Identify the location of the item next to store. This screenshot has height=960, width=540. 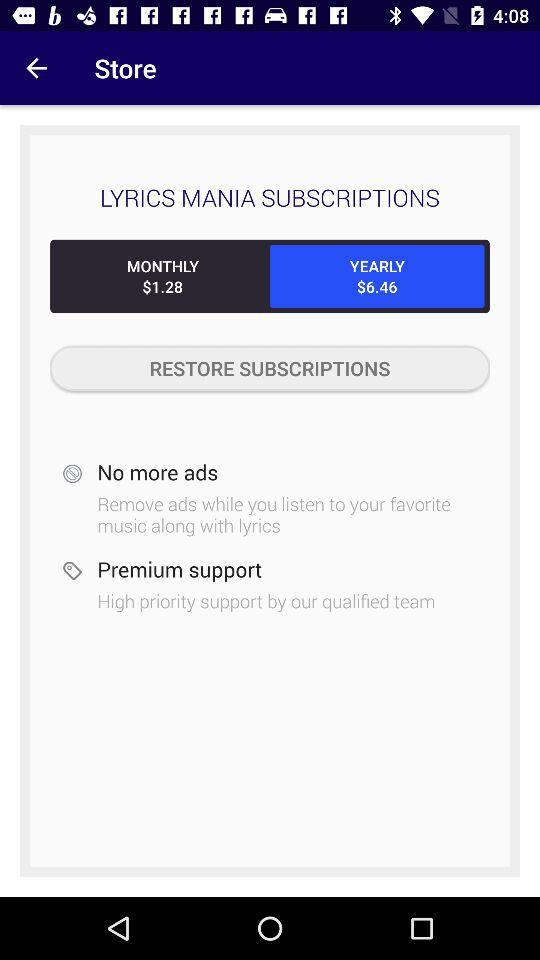
(36, 68).